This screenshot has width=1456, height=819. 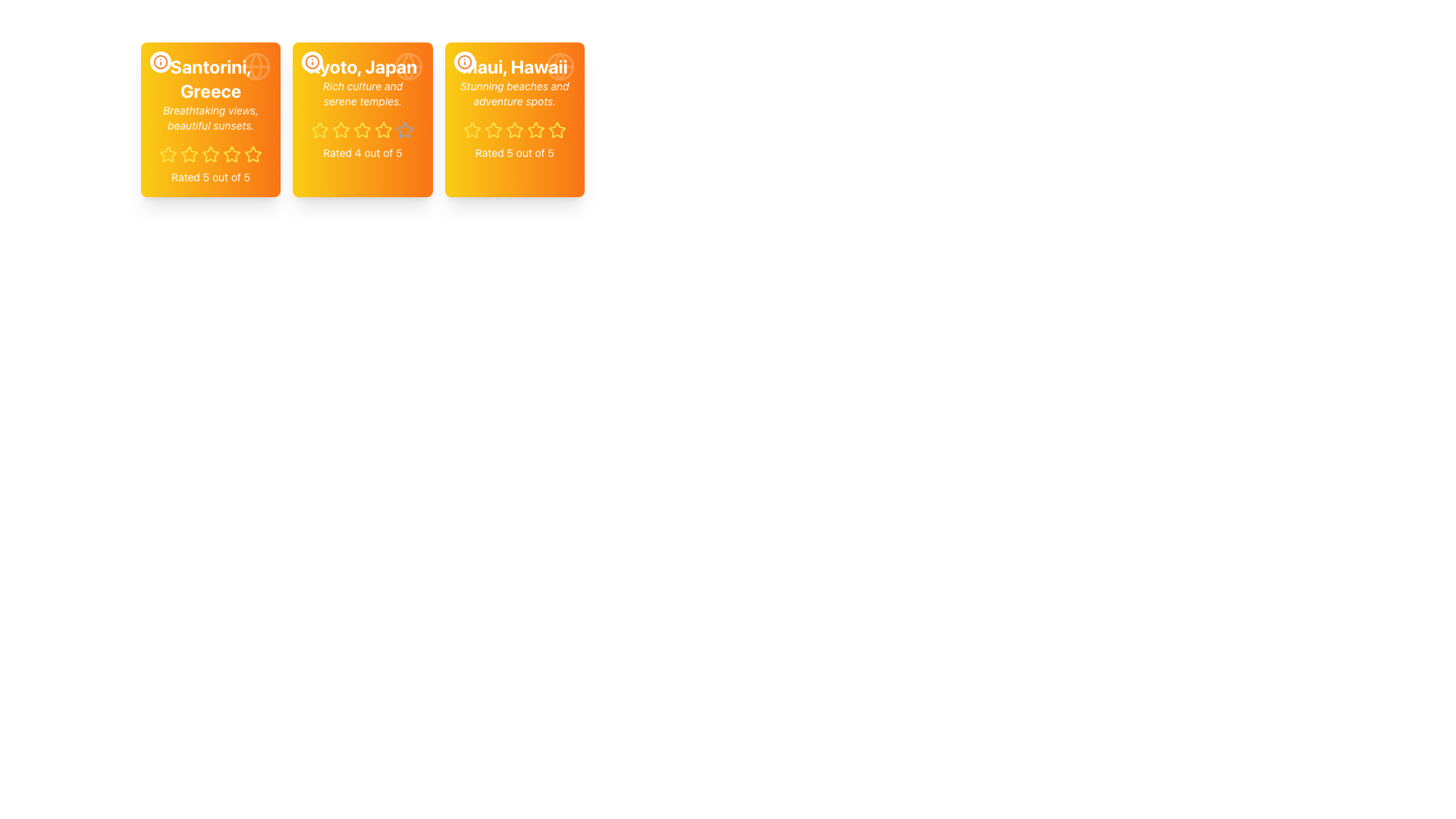 What do you see at coordinates (556, 129) in the screenshot?
I see `the fifth star icon` at bounding box center [556, 129].